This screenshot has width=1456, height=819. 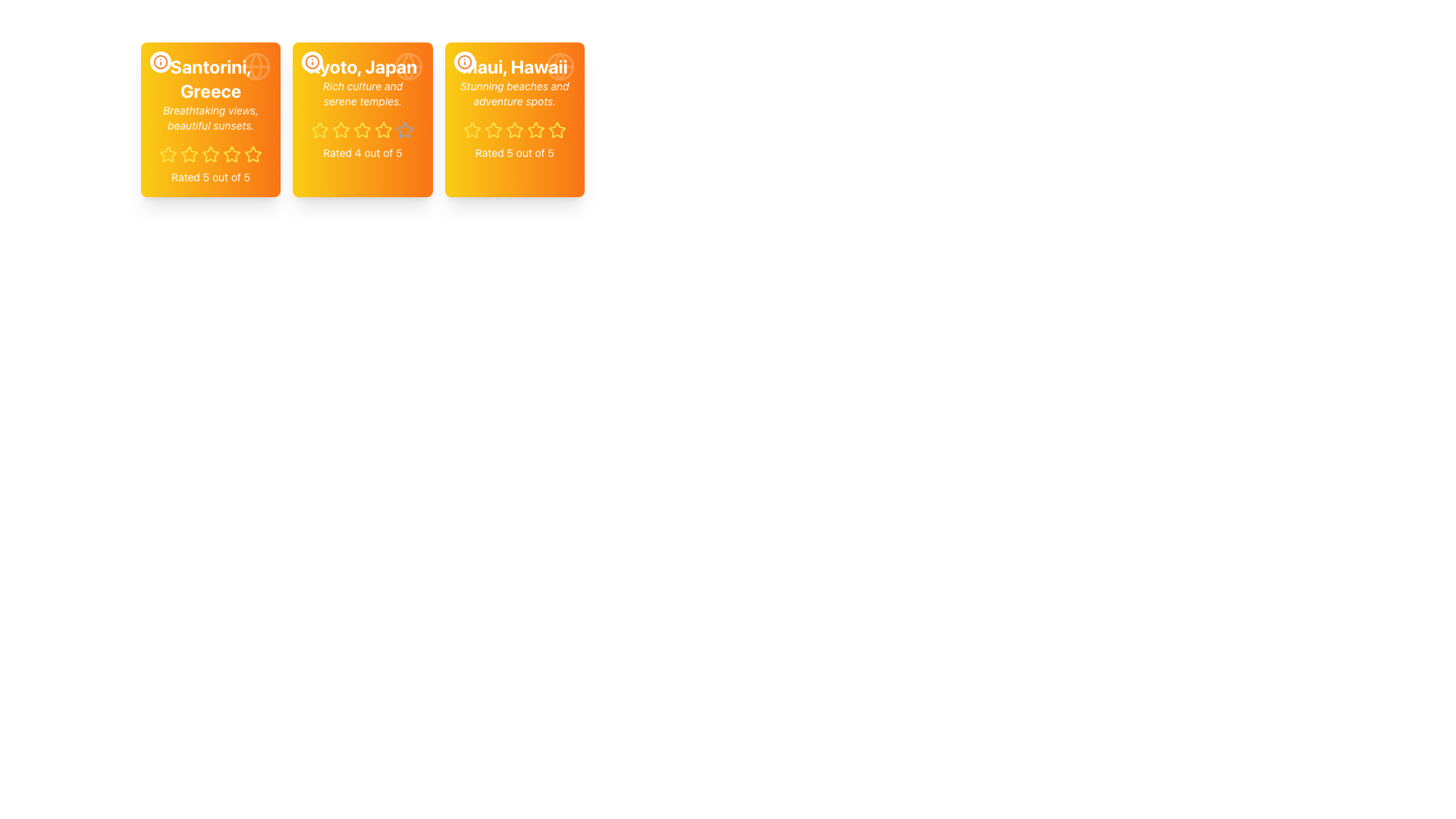 What do you see at coordinates (556, 129) in the screenshot?
I see `the fifth star icon` at bounding box center [556, 129].